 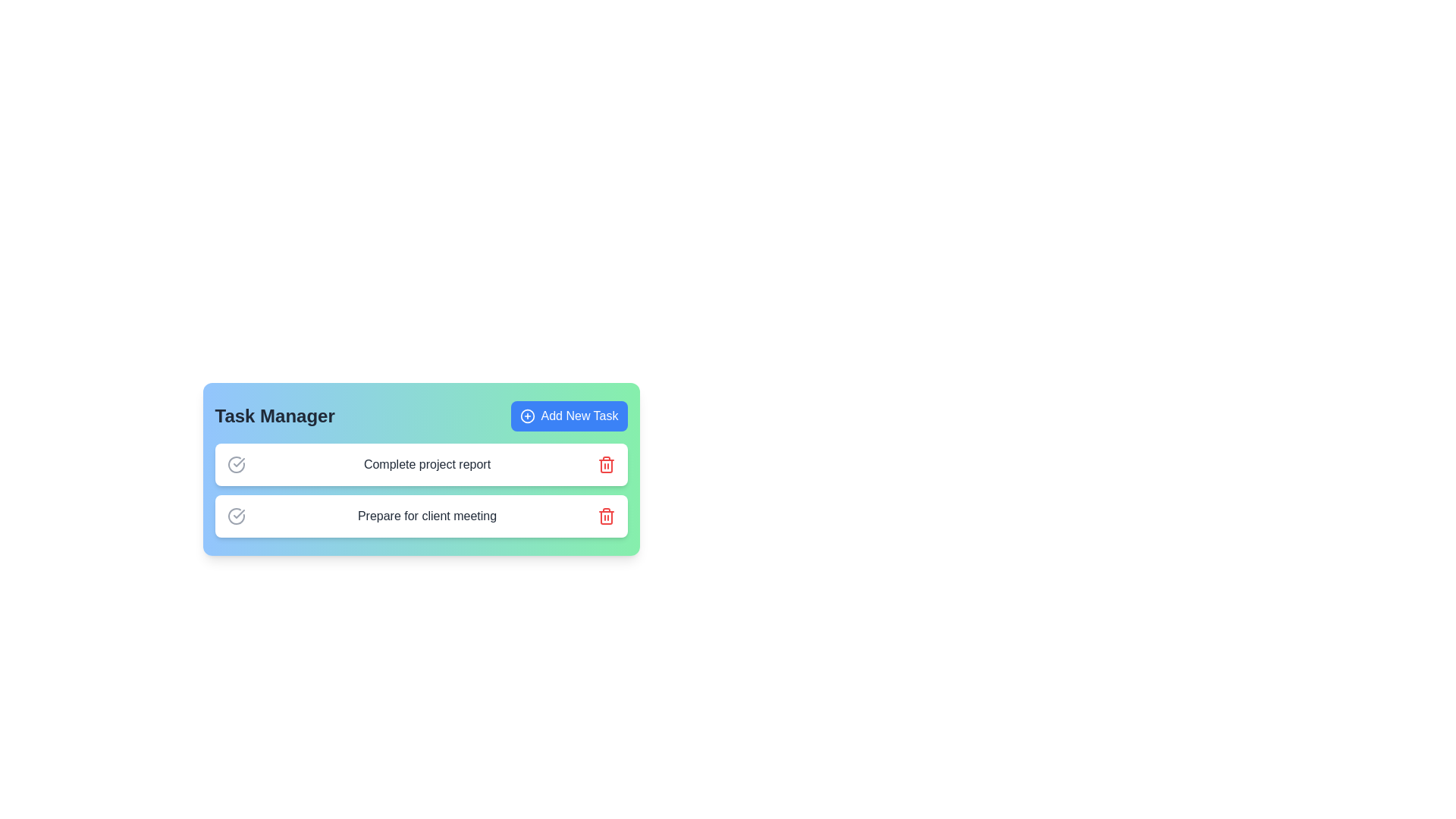 I want to click on the circular button icon located in the top-right corner of the task management interface, so click(x=527, y=416).